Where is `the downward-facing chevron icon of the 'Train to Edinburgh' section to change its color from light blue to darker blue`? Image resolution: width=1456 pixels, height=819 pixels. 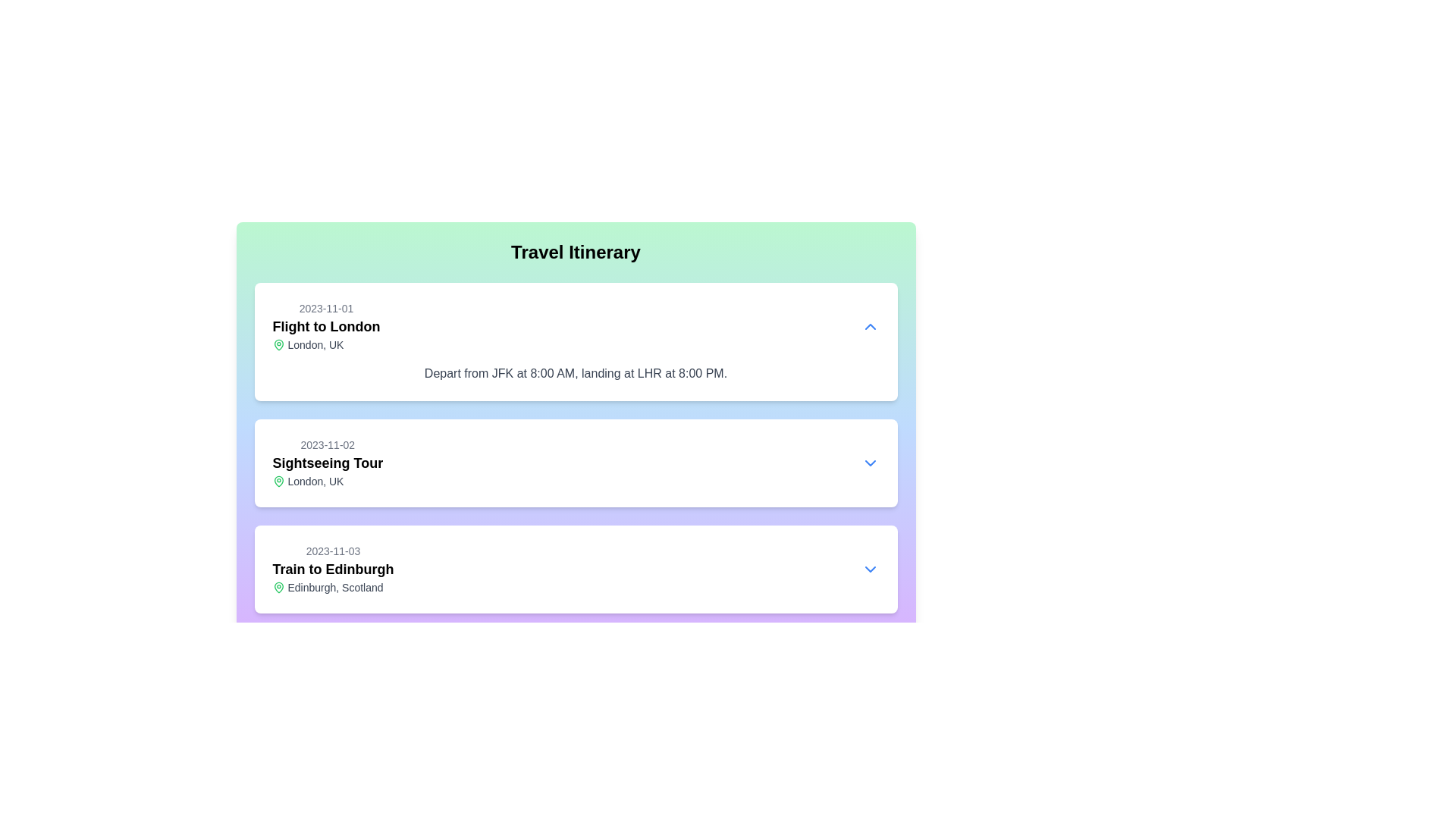
the downward-facing chevron icon of the 'Train to Edinburgh' section to change its color from light blue to darker blue is located at coordinates (870, 570).